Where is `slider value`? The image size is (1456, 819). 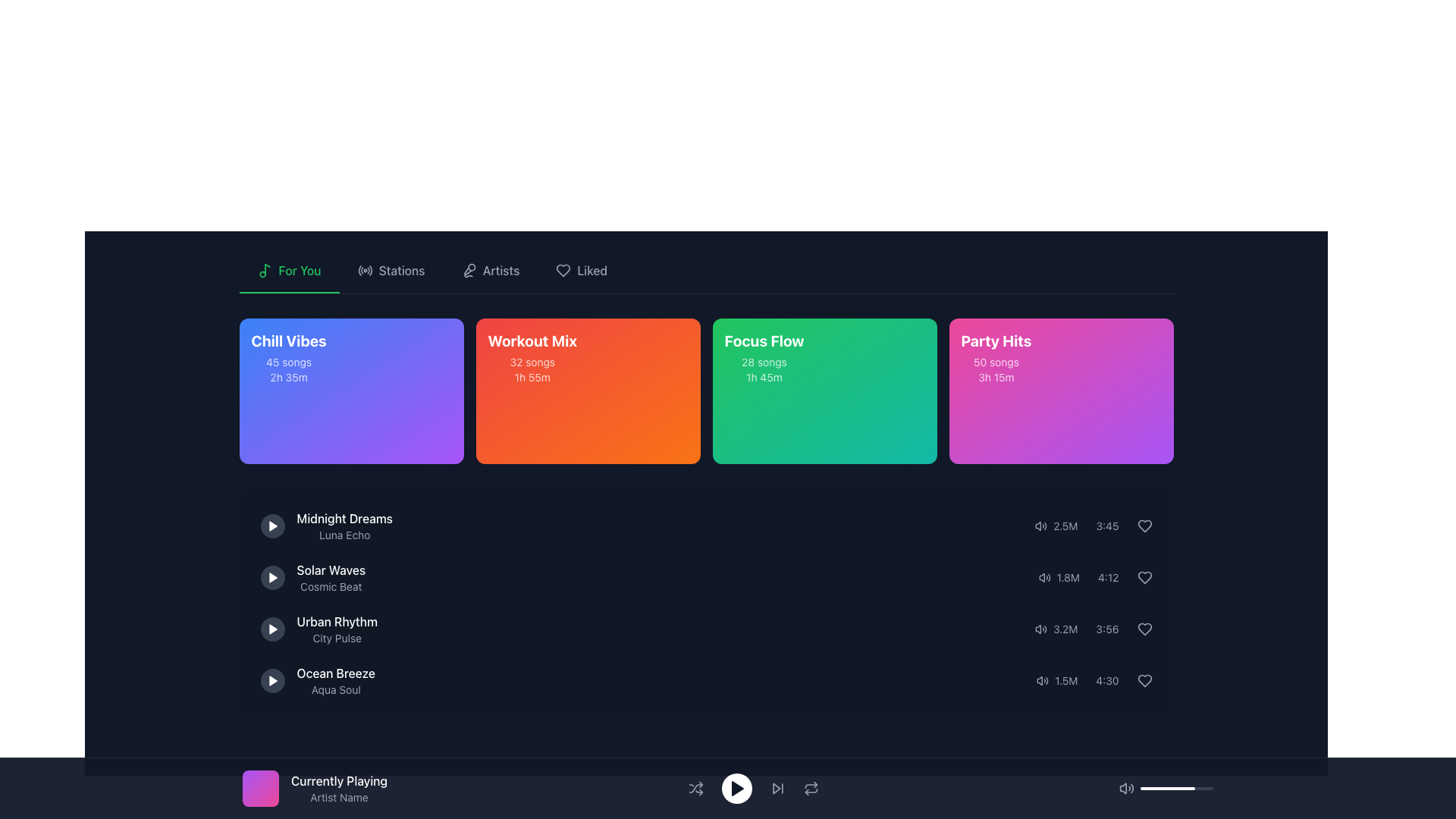
slider value is located at coordinates (1170, 788).